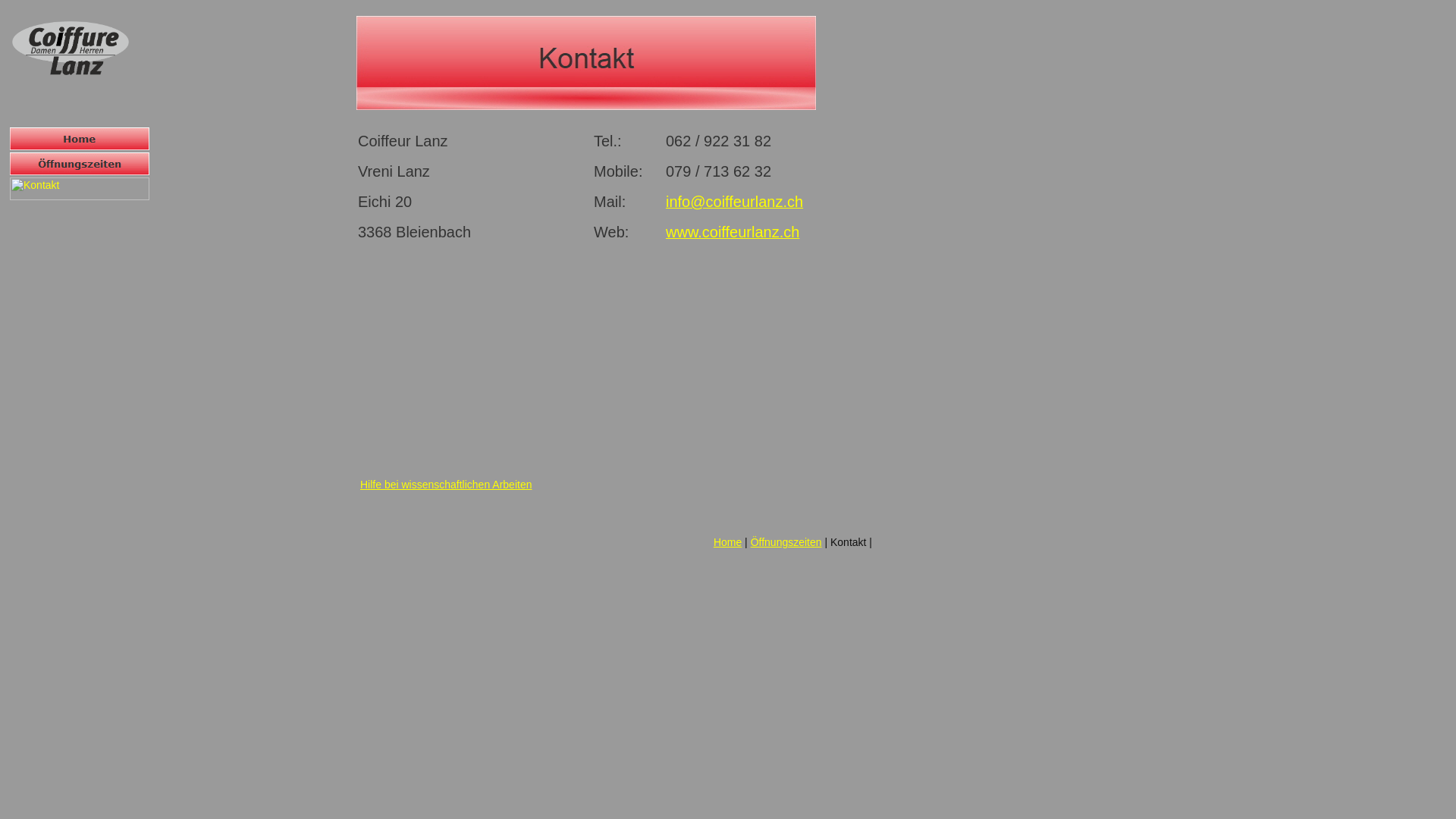 This screenshot has height=819, width=1456. What do you see at coordinates (69, 47) in the screenshot?
I see `'Logo'` at bounding box center [69, 47].